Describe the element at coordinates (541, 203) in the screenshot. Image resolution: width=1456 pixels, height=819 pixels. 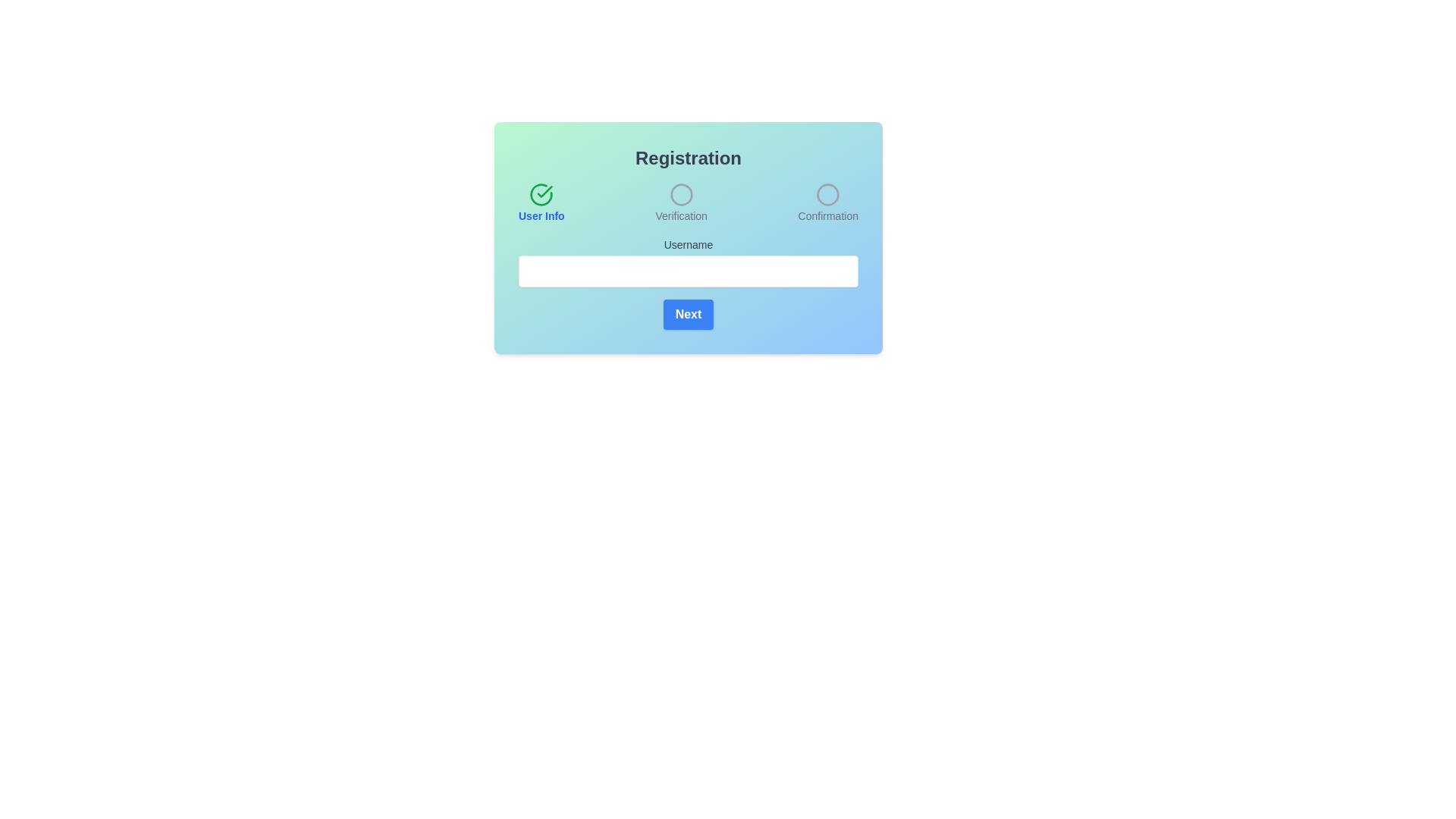
I see `the 'User Info' status indicator, which is the first element on the left in the progress bar layout indicating the current step in the registration process` at that location.